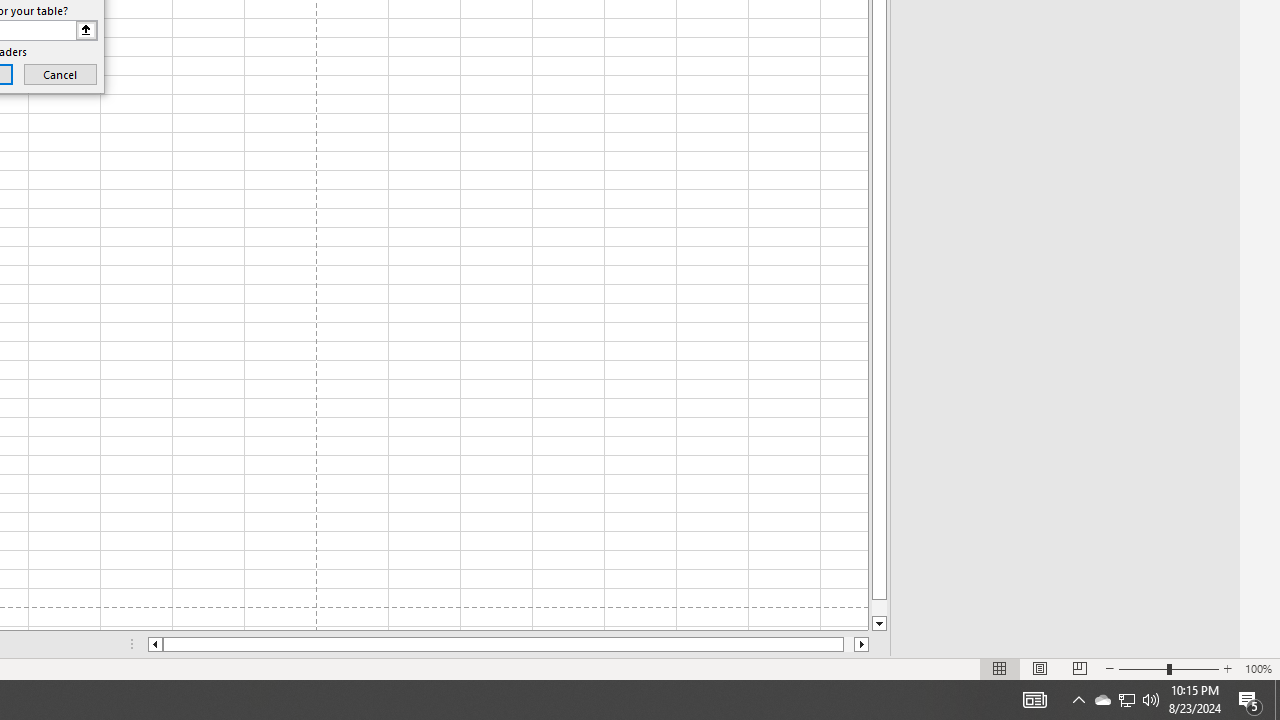 The height and width of the screenshot is (720, 1280). Describe the element at coordinates (862, 644) in the screenshot. I see `'Column right'` at that location.